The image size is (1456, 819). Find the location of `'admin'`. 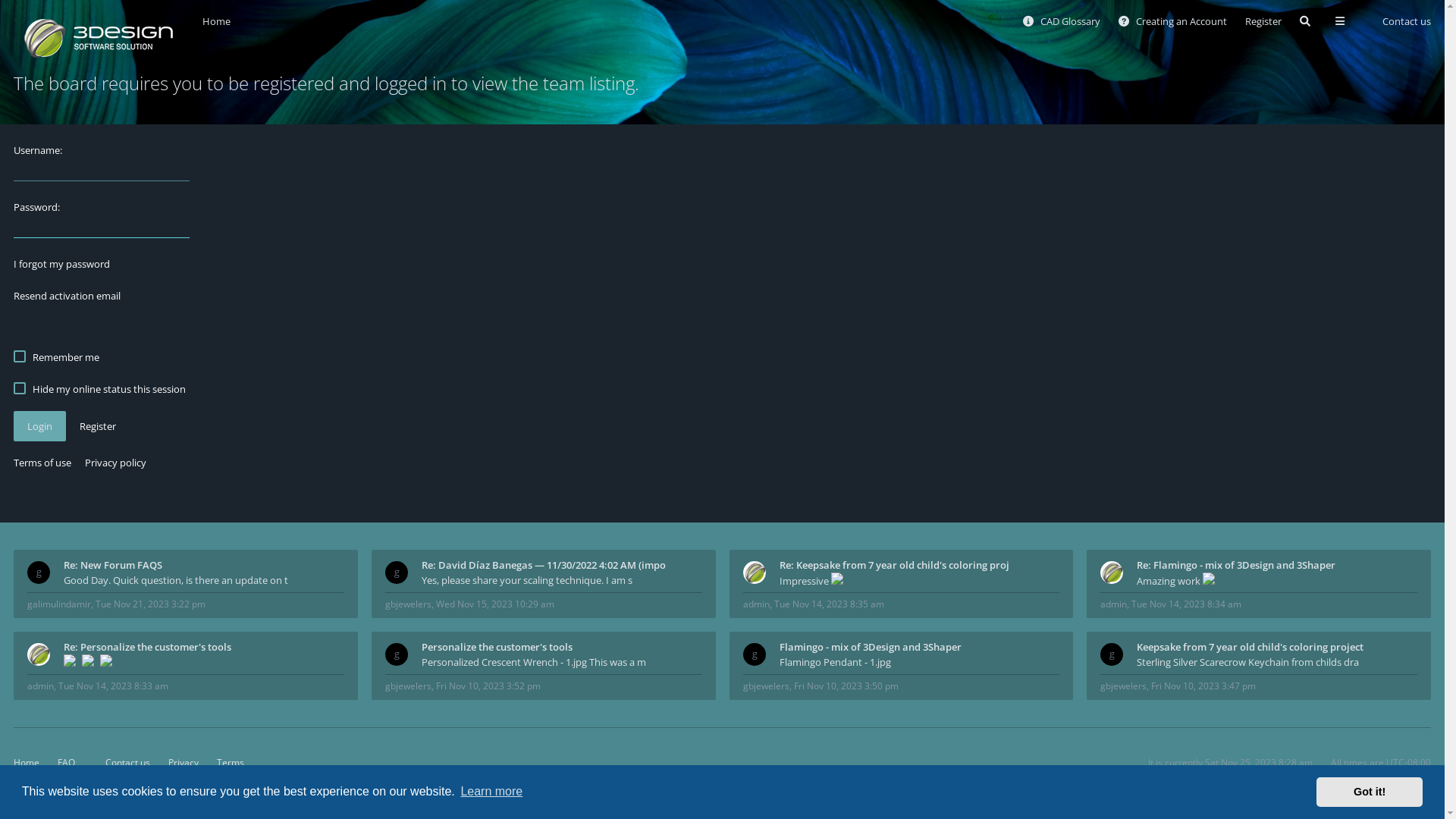

'admin' is located at coordinates (40, 686).